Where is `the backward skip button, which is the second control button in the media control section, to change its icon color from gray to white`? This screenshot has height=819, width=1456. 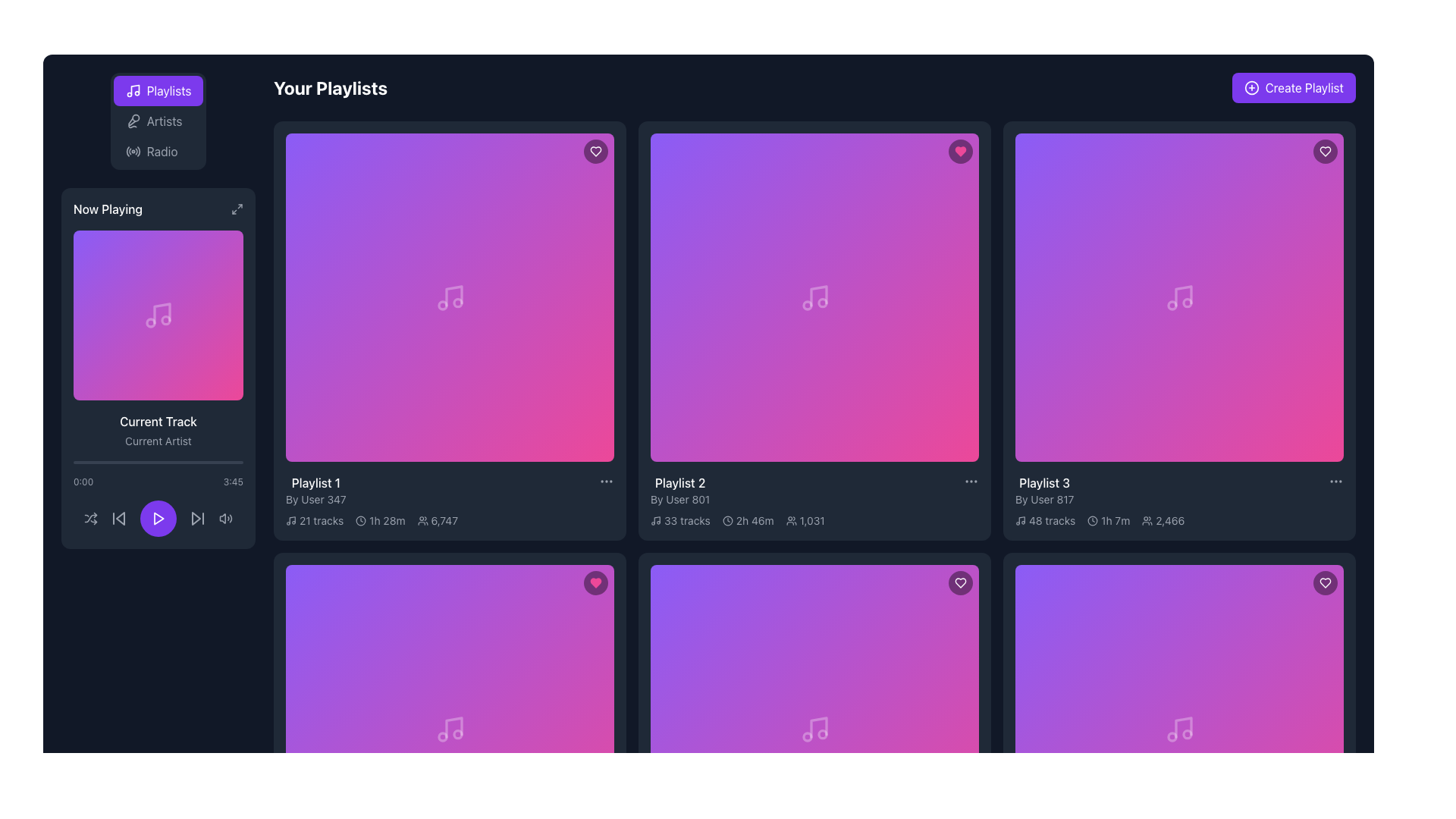
the backward skip button, which is the second control button in the media control section, to change its icon color from gray to white is located at coordinates (118, 517).